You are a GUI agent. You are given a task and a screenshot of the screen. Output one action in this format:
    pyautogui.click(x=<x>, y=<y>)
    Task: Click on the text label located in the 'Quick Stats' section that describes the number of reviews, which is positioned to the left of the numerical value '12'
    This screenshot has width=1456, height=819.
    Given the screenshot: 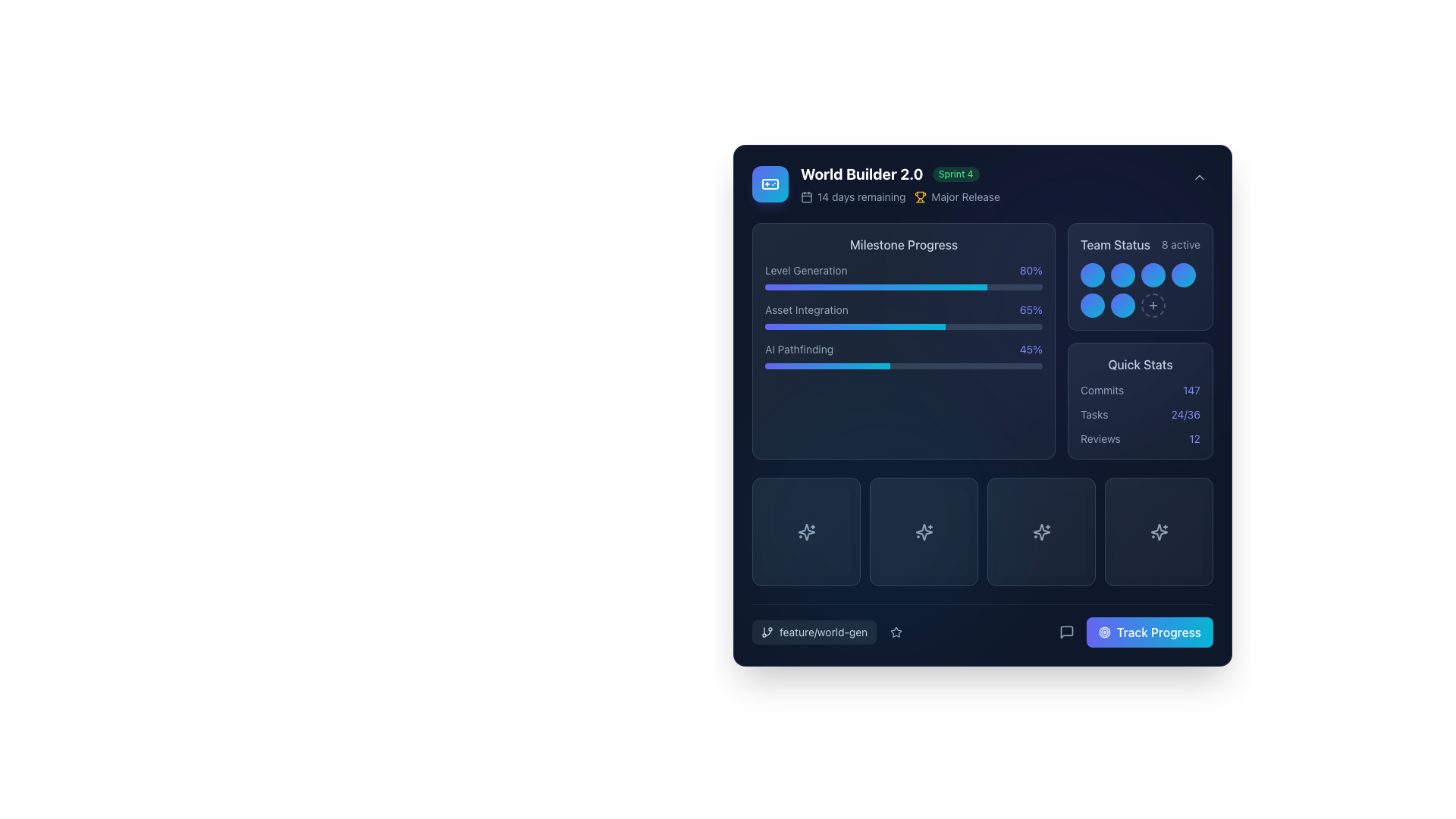 What is the action you would take?
    pyautogui.click(x=1100, y=438)
    